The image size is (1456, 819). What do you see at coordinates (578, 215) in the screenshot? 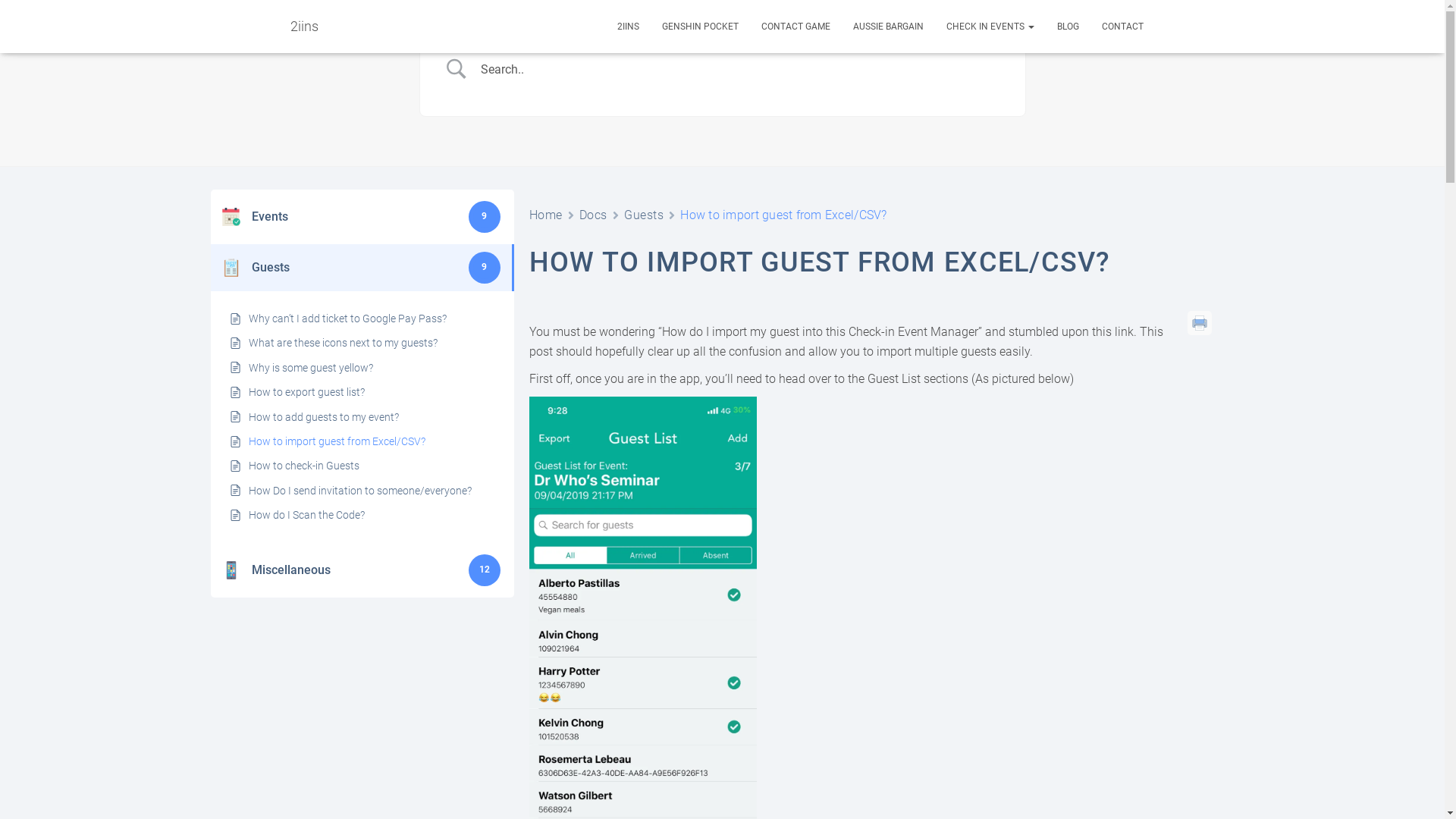
I see `'Docs'` at bounding box center [578, 215].